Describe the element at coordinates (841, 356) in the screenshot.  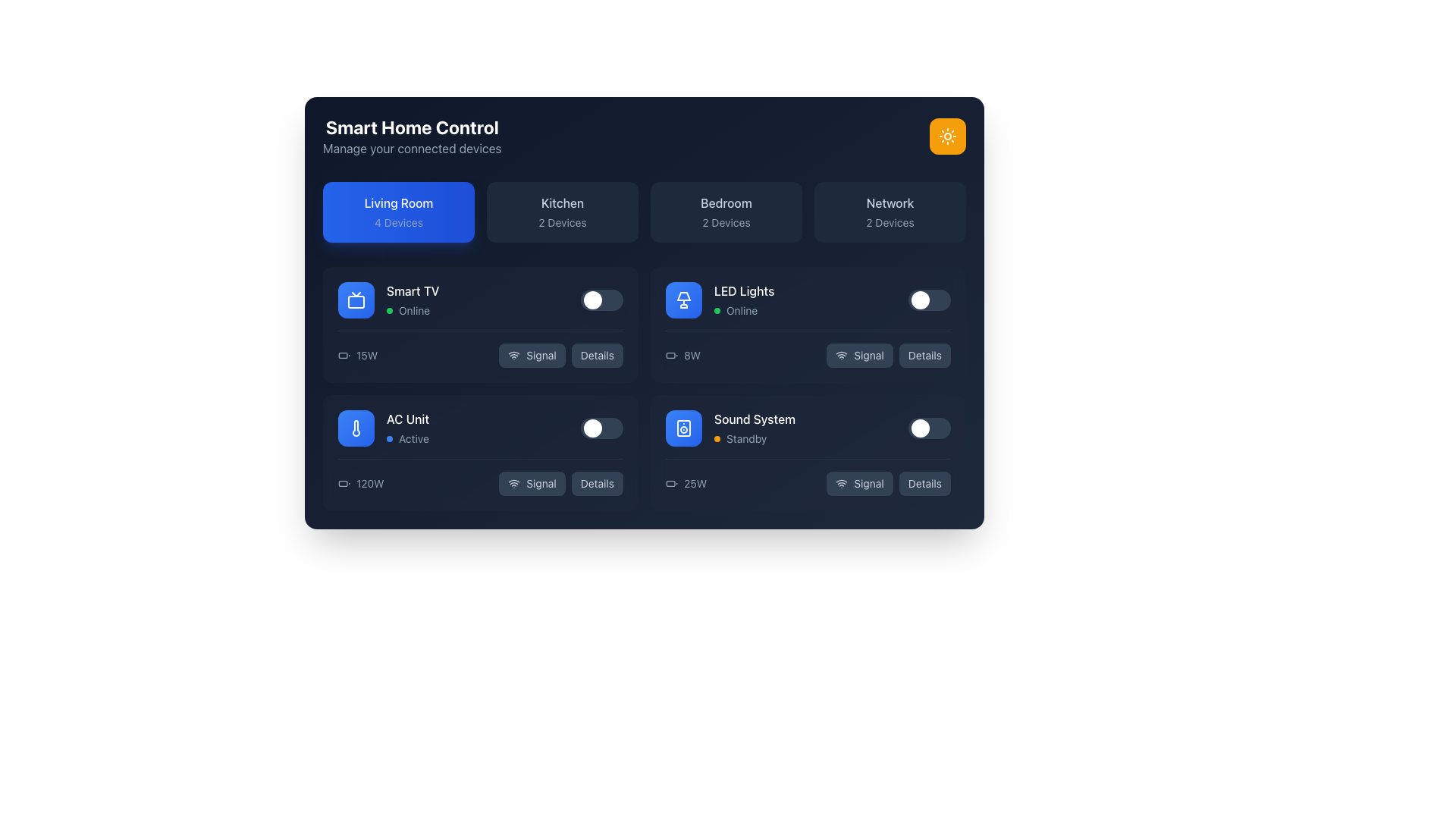
I see `the Wi-Fi signal status icon located in the 'Signal' button, which is in the second row and second column of the grid of controls` at that location.